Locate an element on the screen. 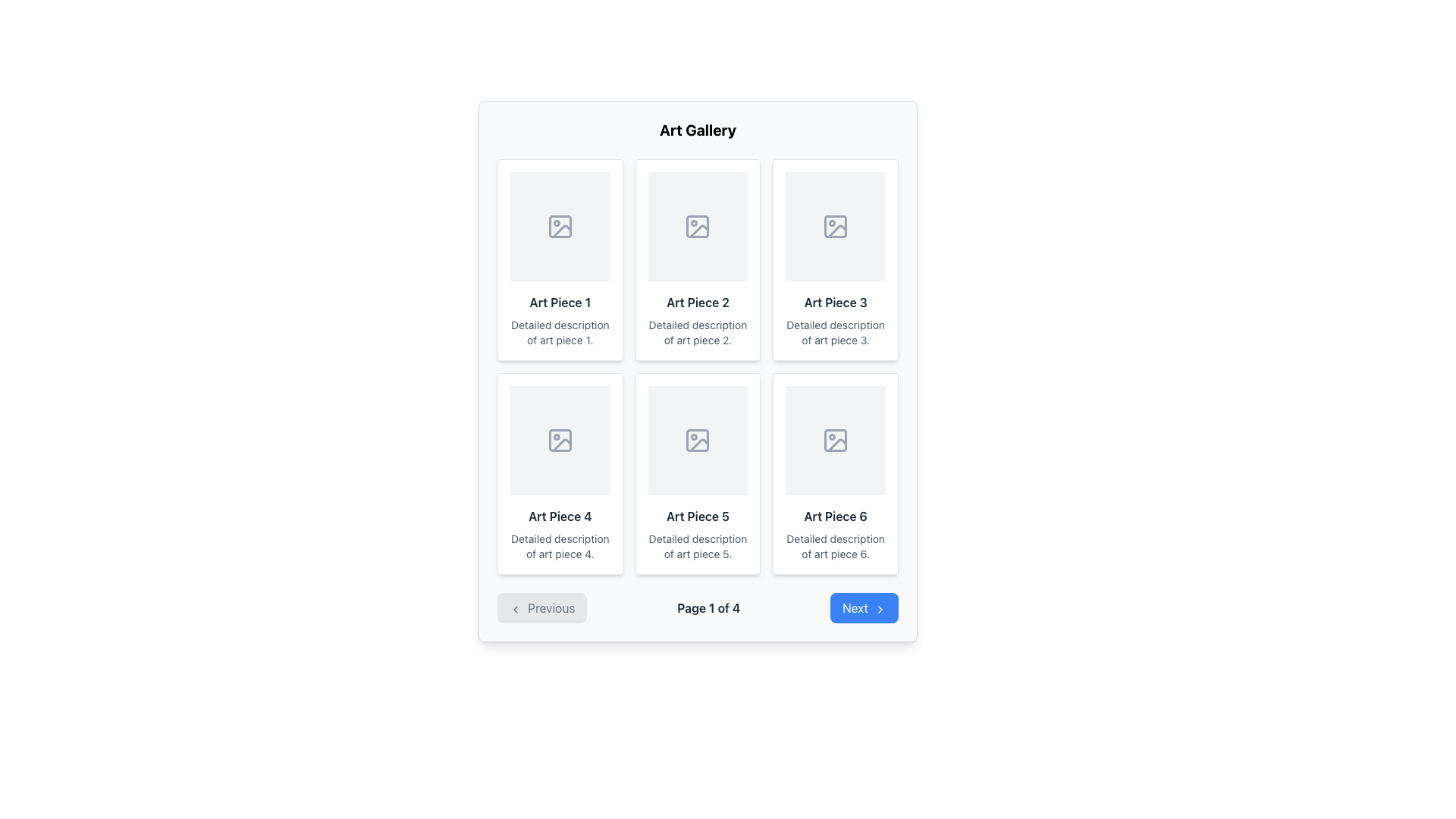 The height and width of the screenshot is (819, 1456). the image placeholder for 'Art Piece 3' is located at coordinates (835, 227).